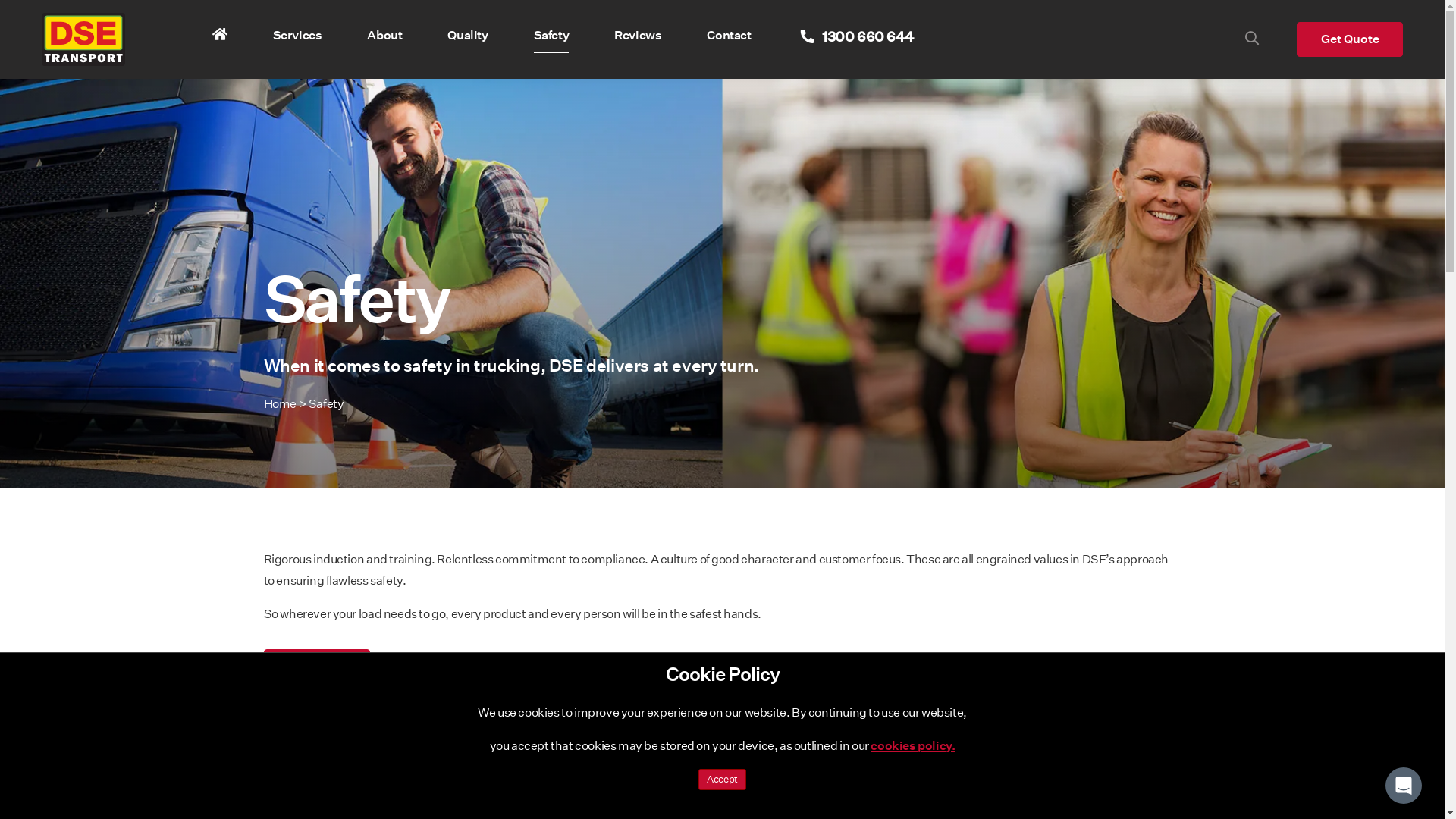 This screenshot has width=1456, height=819. I want to click on 'Reviews', so click(637, 34).